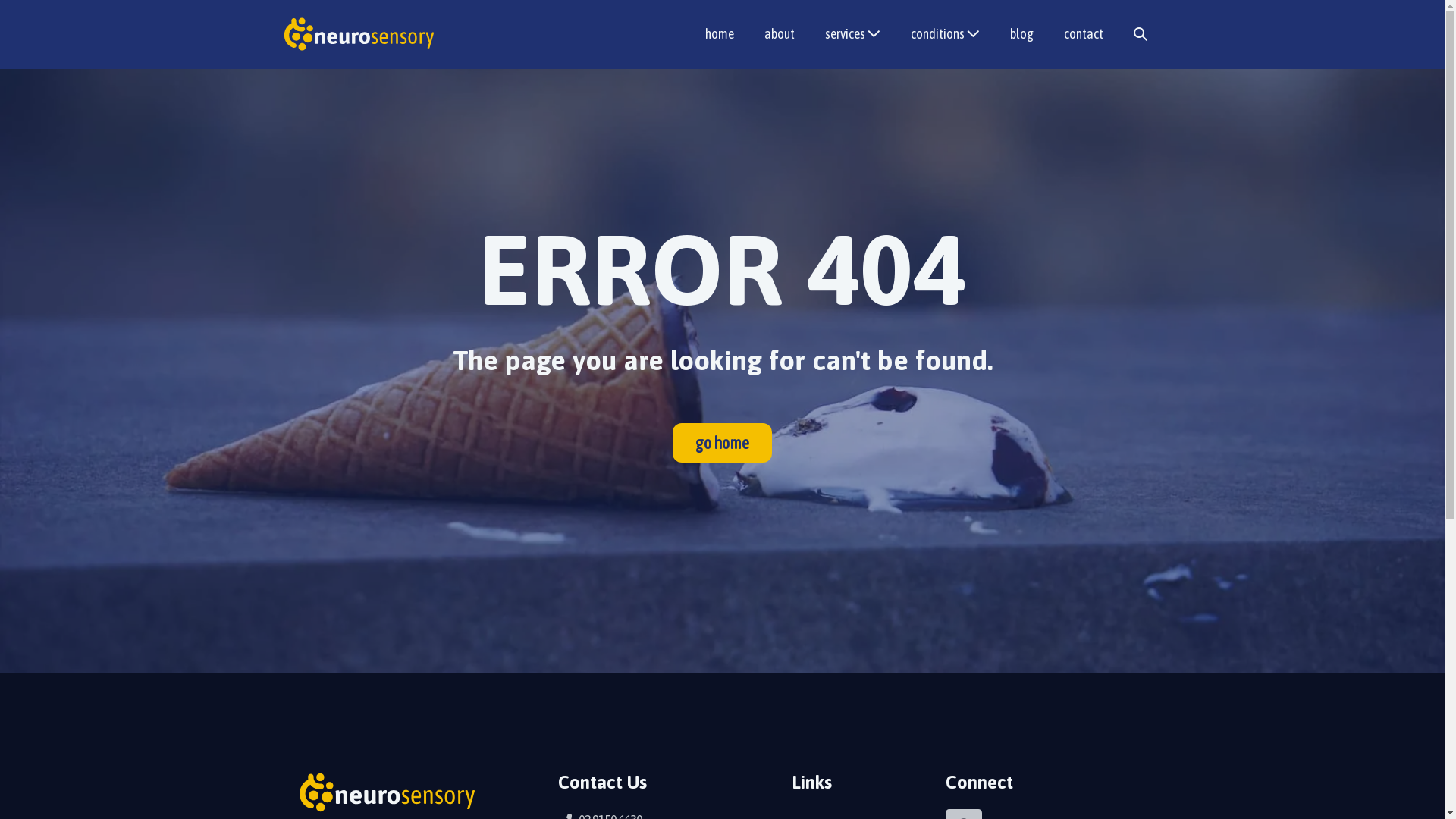 This screenshot has height=819, width=1456. Describe the element at coordinates (943, 34) in the screenshot. I see `'conditions'` at that location.